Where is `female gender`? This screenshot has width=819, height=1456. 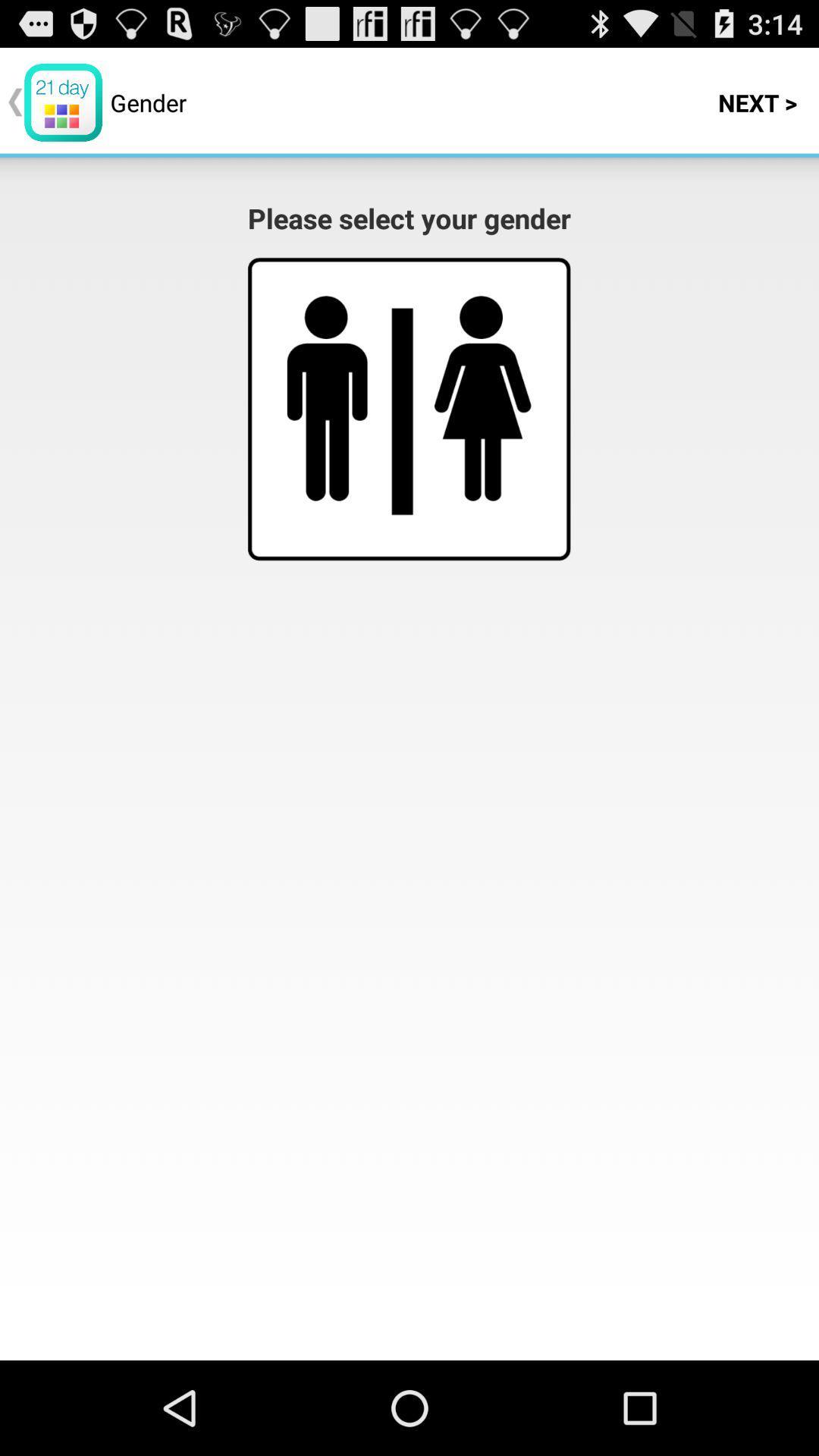 female gender is located at coordinates (482, 398).